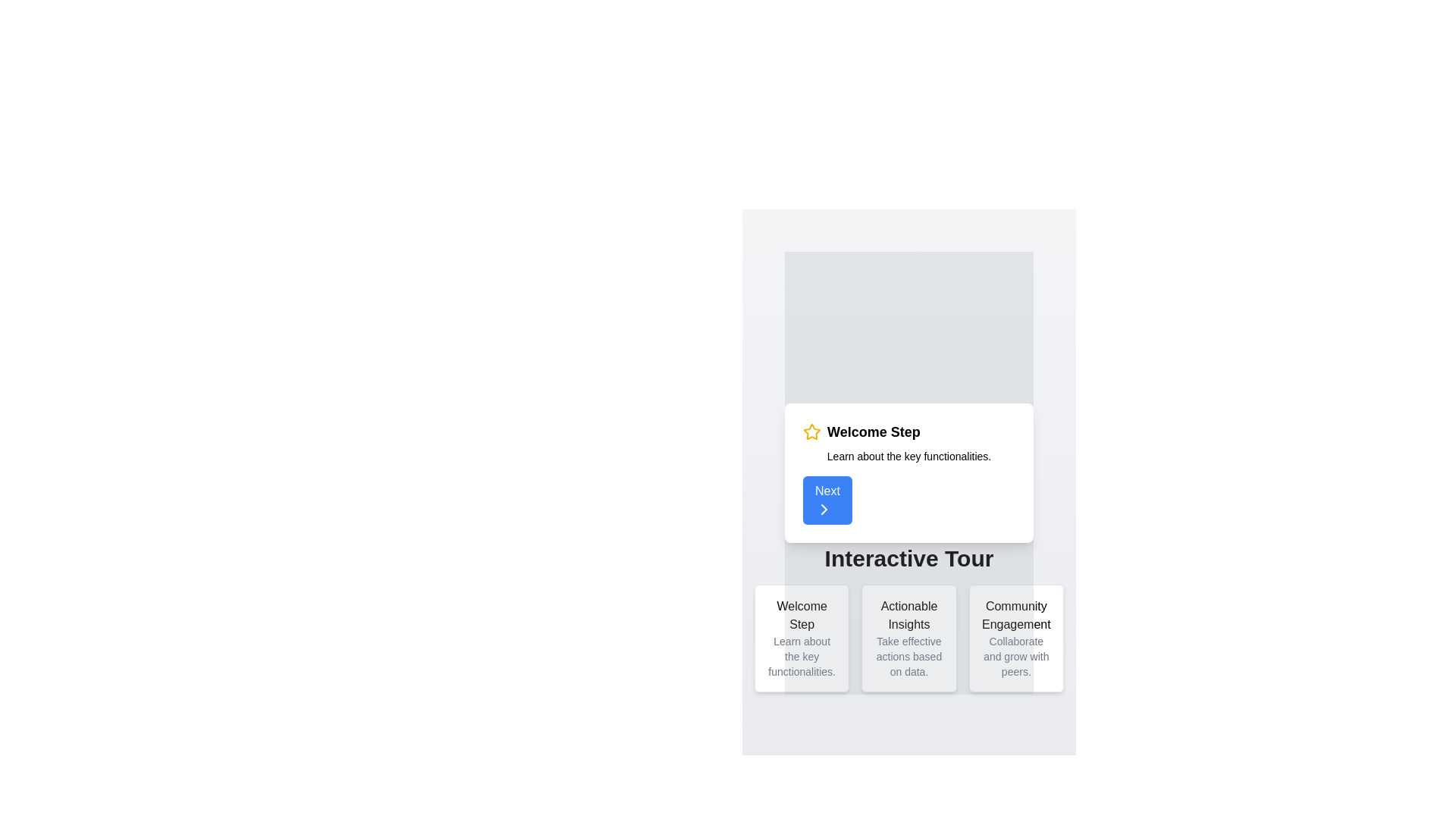 Image resolution: width=1456 pixels, height=819 pixels. I want to click on the descriptive text label providing context for the 'Community Engagement' card located in the bottom-right corner of the card set, so click(1016, 656).